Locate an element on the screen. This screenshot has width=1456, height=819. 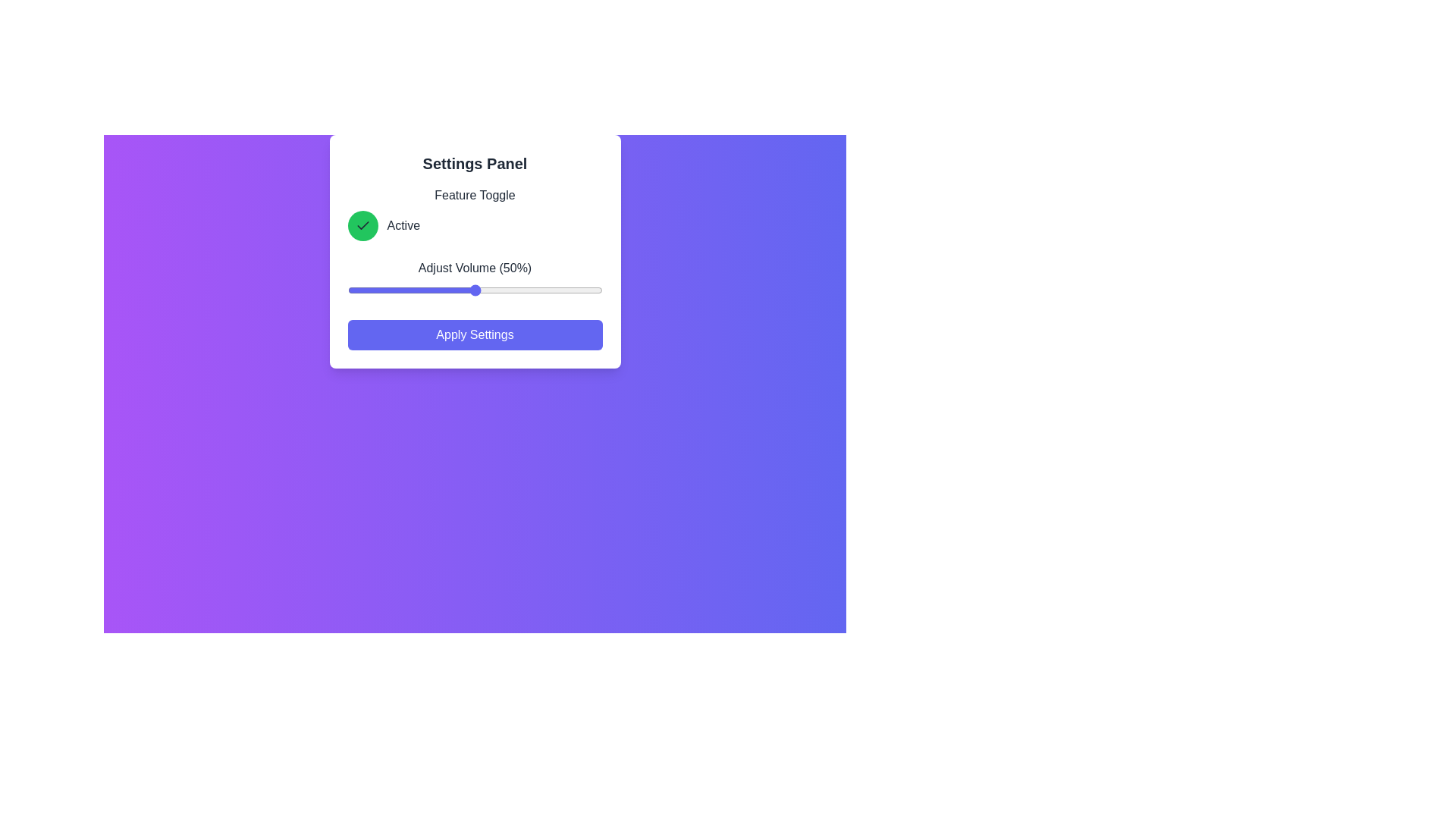
the volume is located at coordinates (354, 290).